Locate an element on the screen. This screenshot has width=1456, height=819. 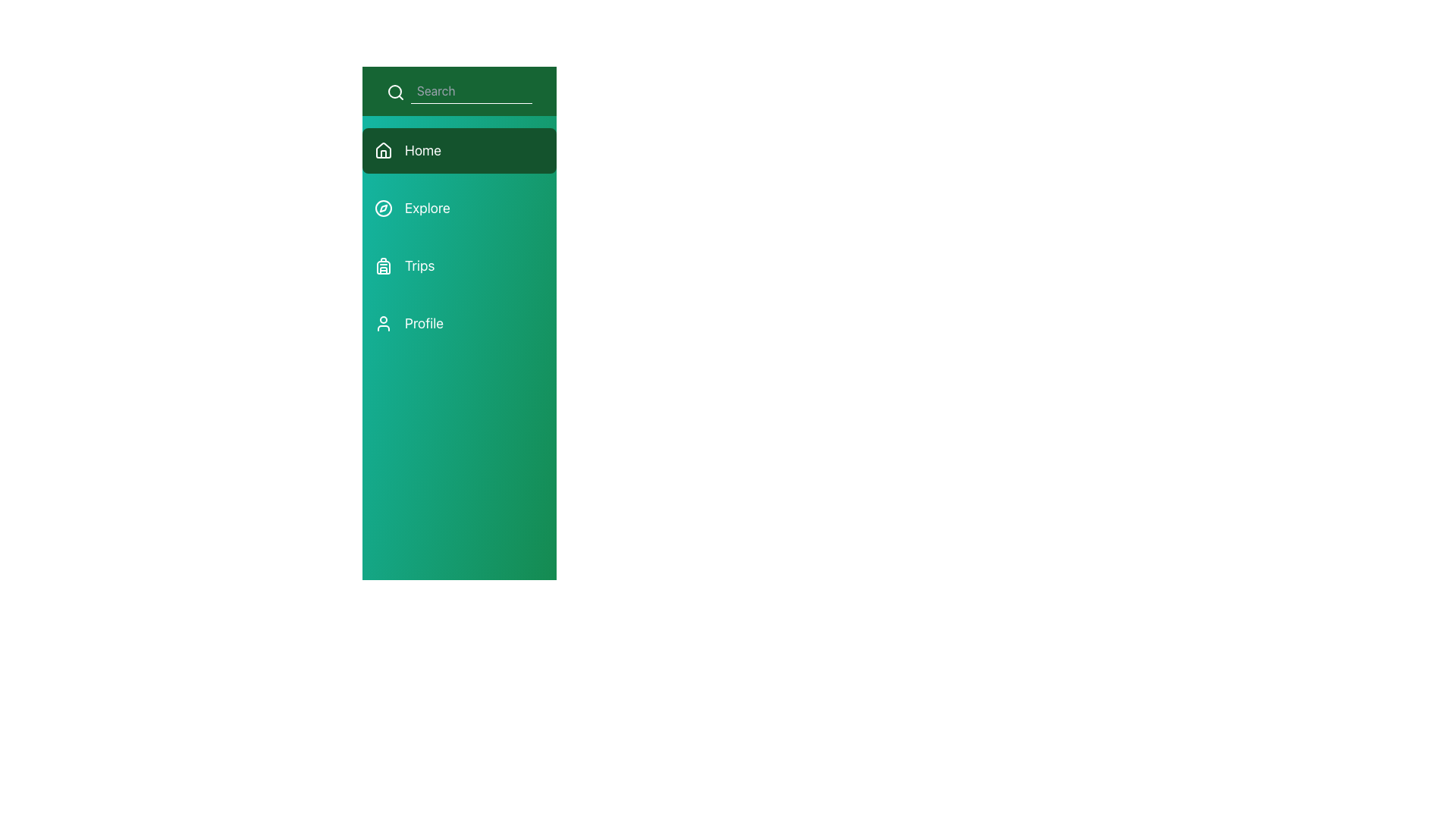
the 'Explore' button, which is the second interactive button in the vertical list of navigational buttons is located at coordinates (458, 208).